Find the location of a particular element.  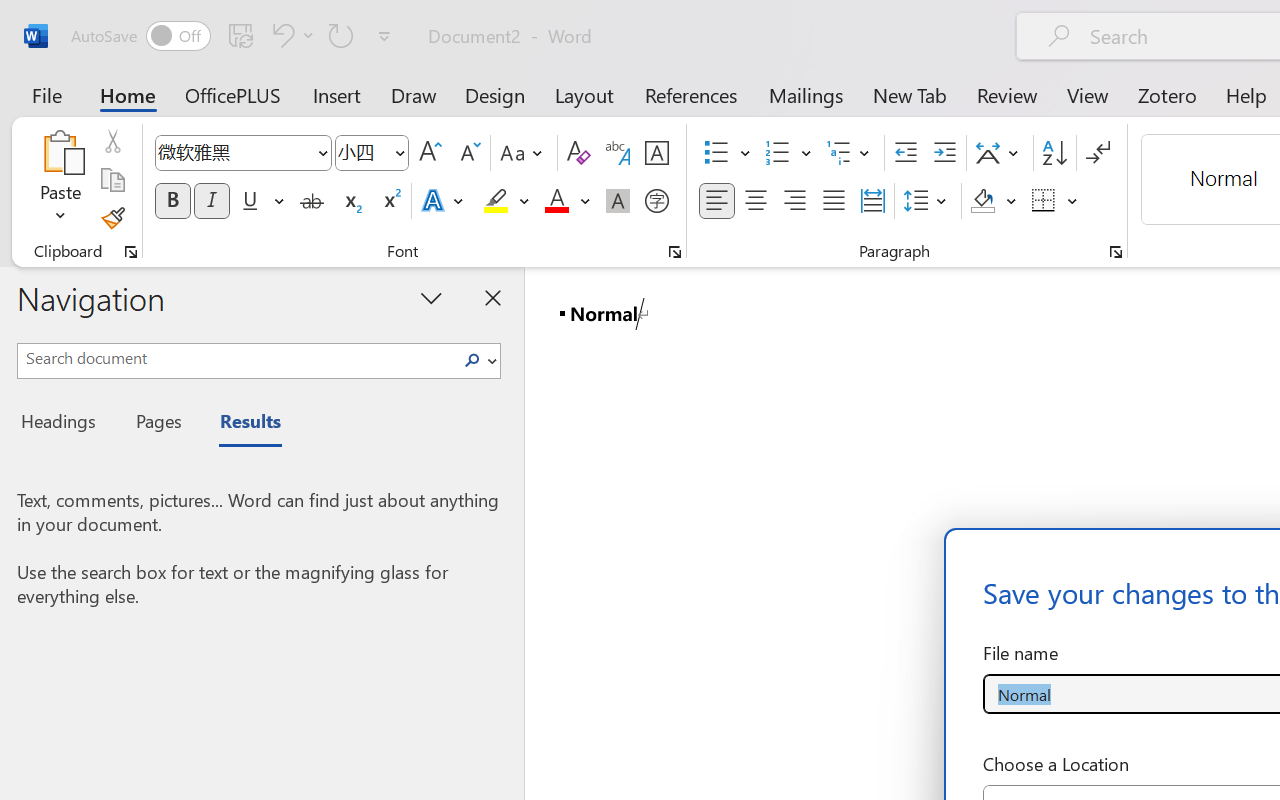

'Font Color' is located at coordinates (566, 201).